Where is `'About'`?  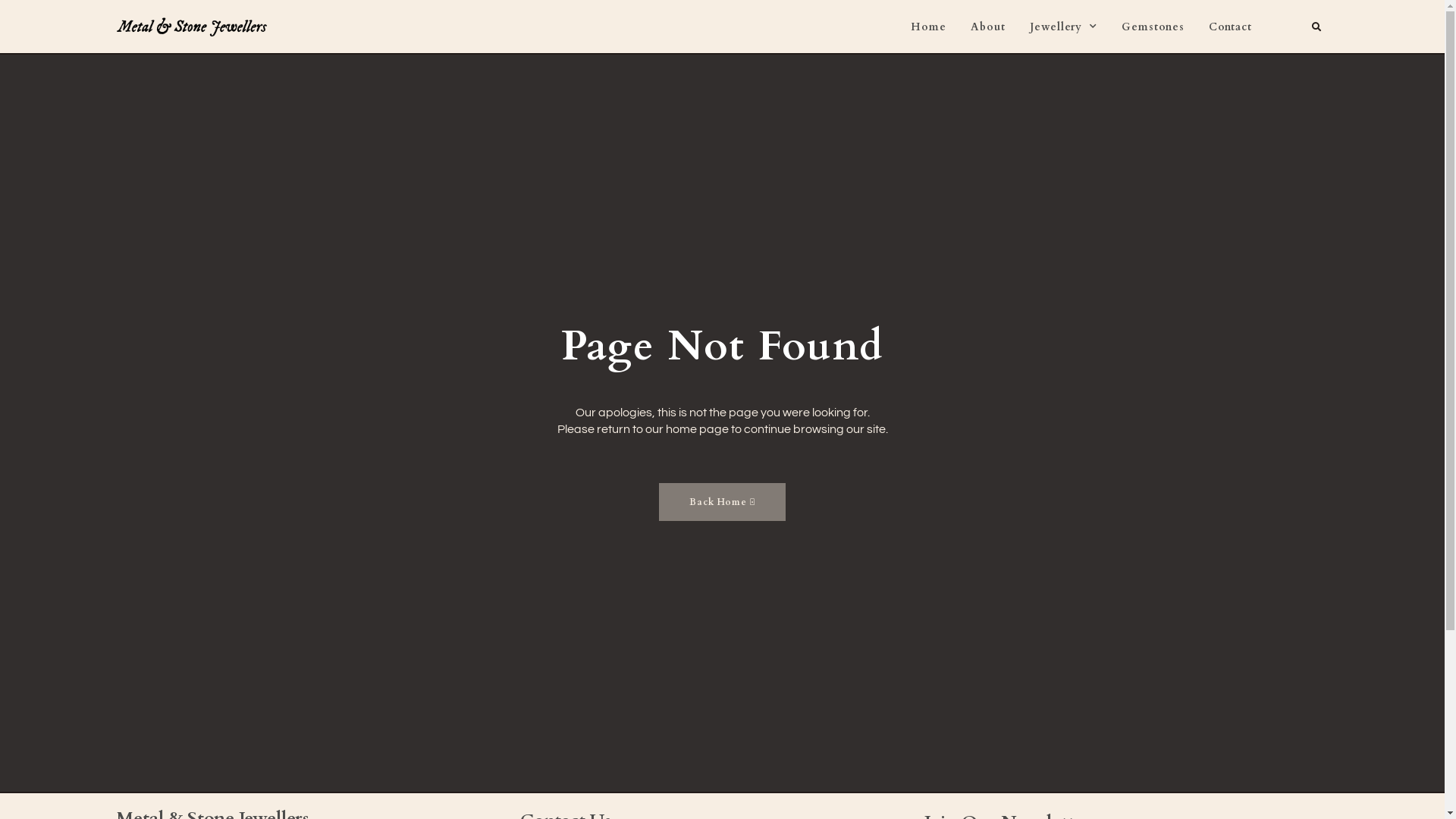
'About' is located at coordinates (987, 27).